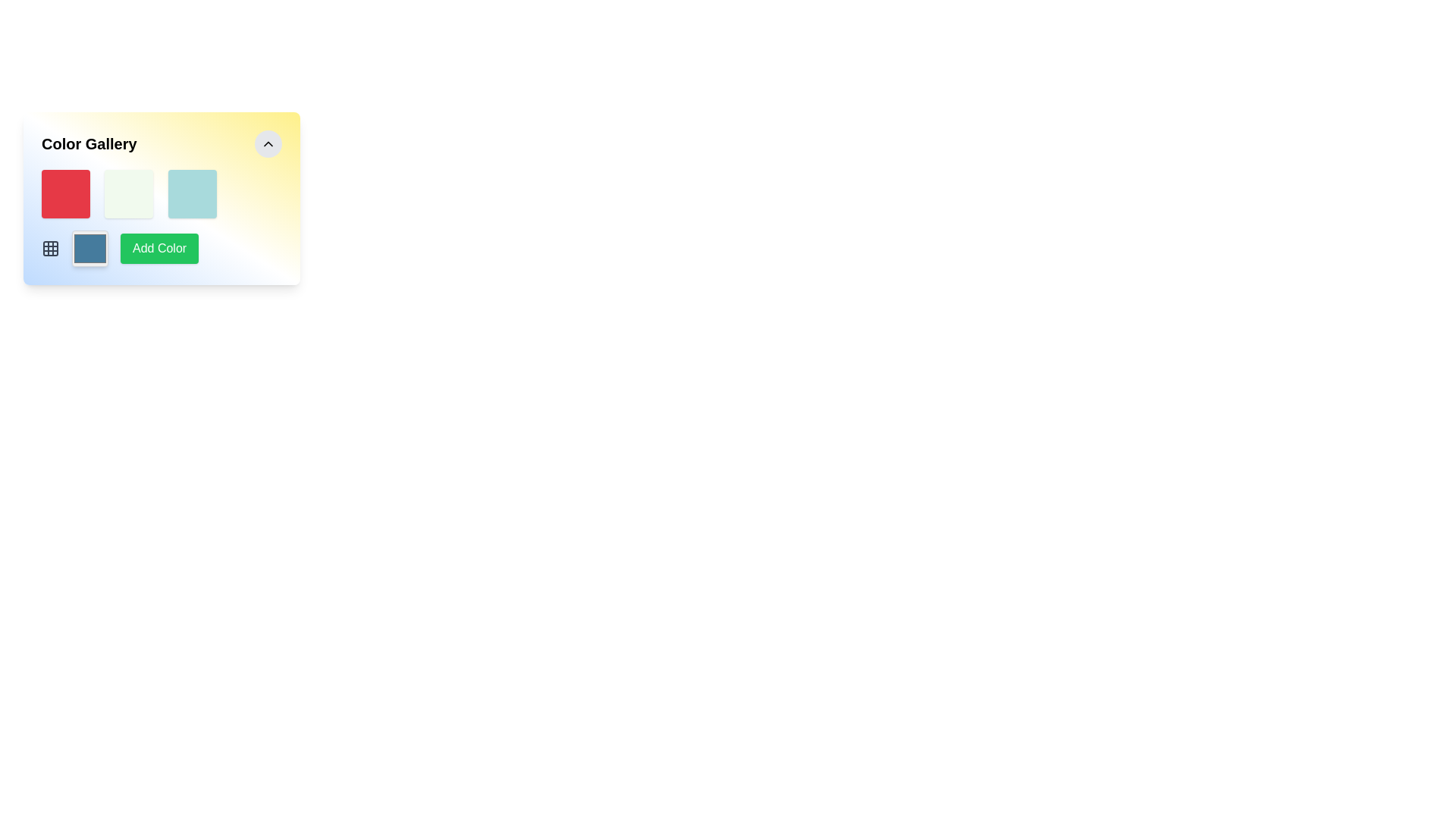 Image resolution: width=1456 pixels, height=819 pixels. Describe the element at coordinates (89, 247) in the screenshot. I see `the blue color swatch with rounded corners and a gray border located in the 'Color Gallery' section` at that location.